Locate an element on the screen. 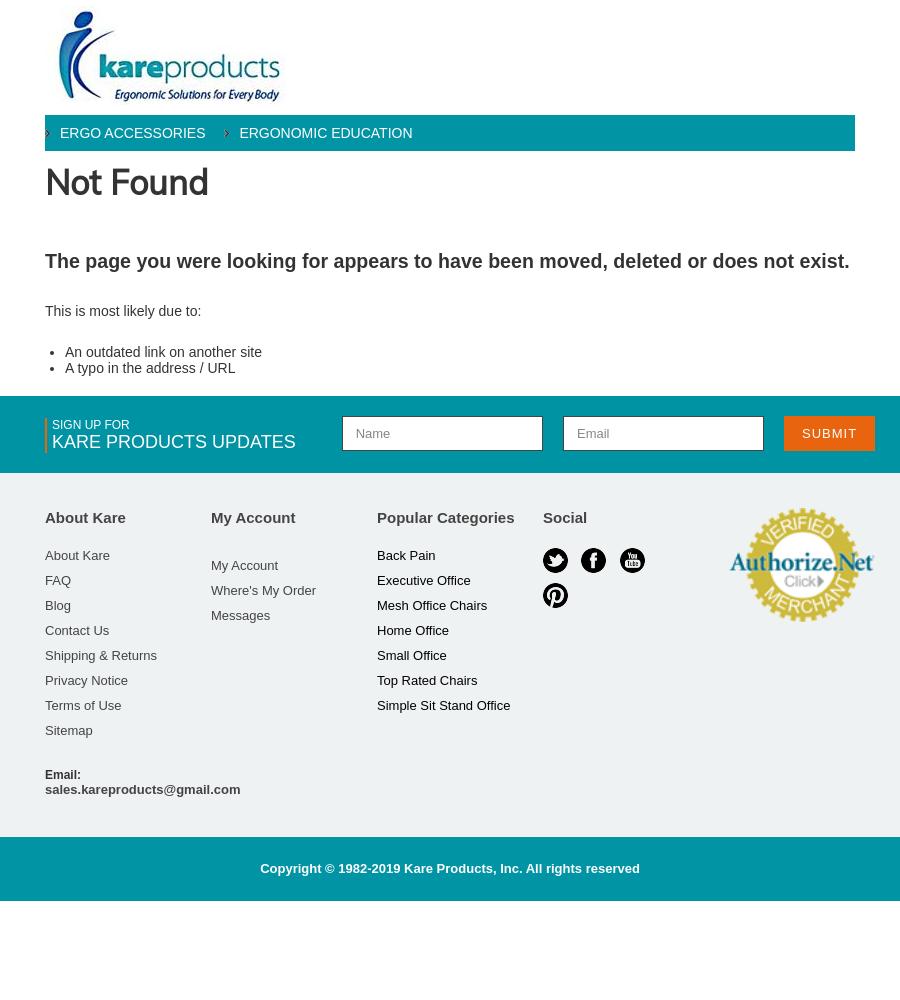 The image size is (900, 1000). 'Privacy Notice' is located at coordinates (85, 680).